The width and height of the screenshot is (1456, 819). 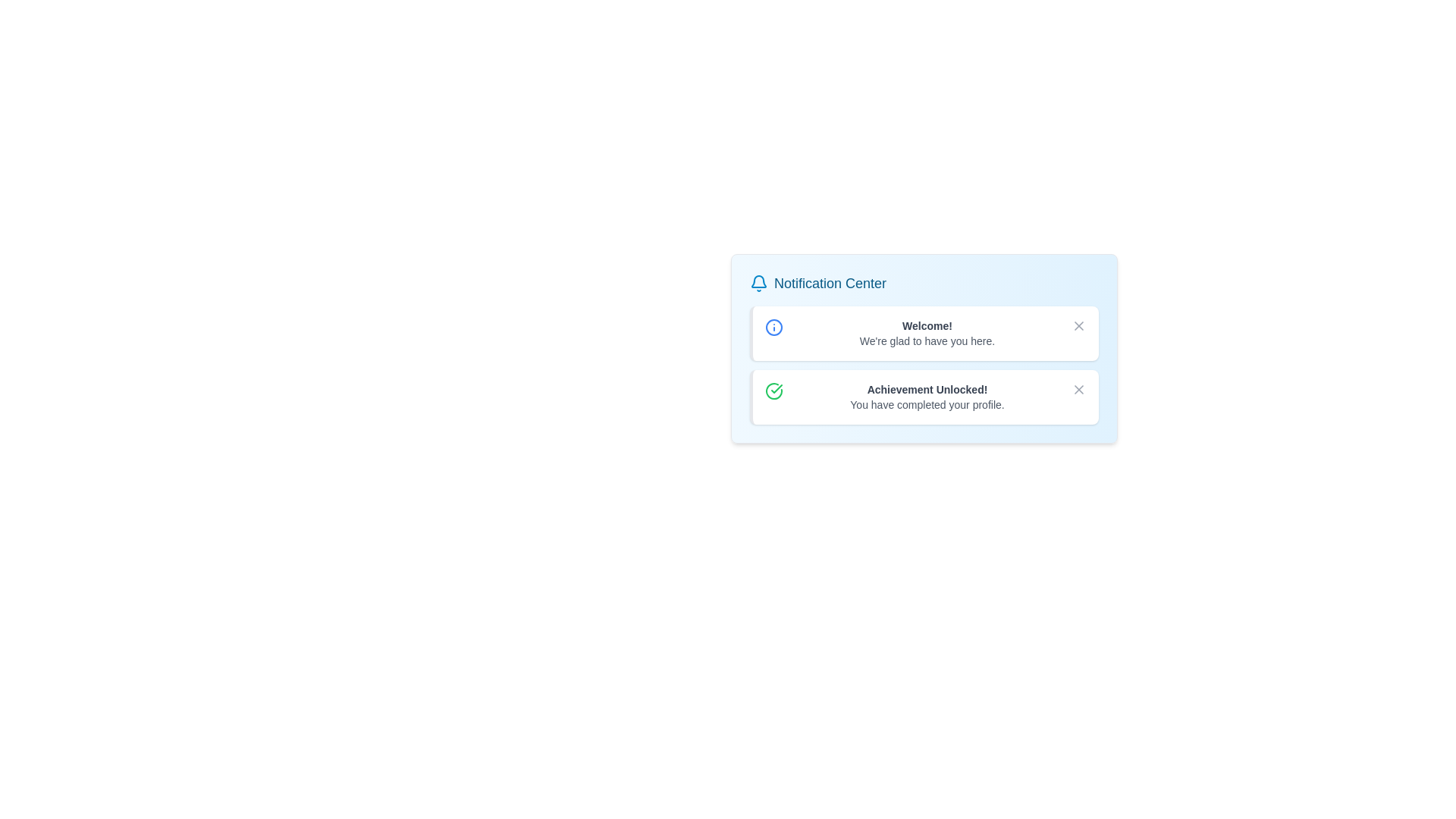 What do you see at coordinates (774, 327) in the screenshot?
I see `the informational status icon located at the top-left corner of the notification card that reads 'Welcome! We're glad to have you here.'` at bounding box center [774, 327].